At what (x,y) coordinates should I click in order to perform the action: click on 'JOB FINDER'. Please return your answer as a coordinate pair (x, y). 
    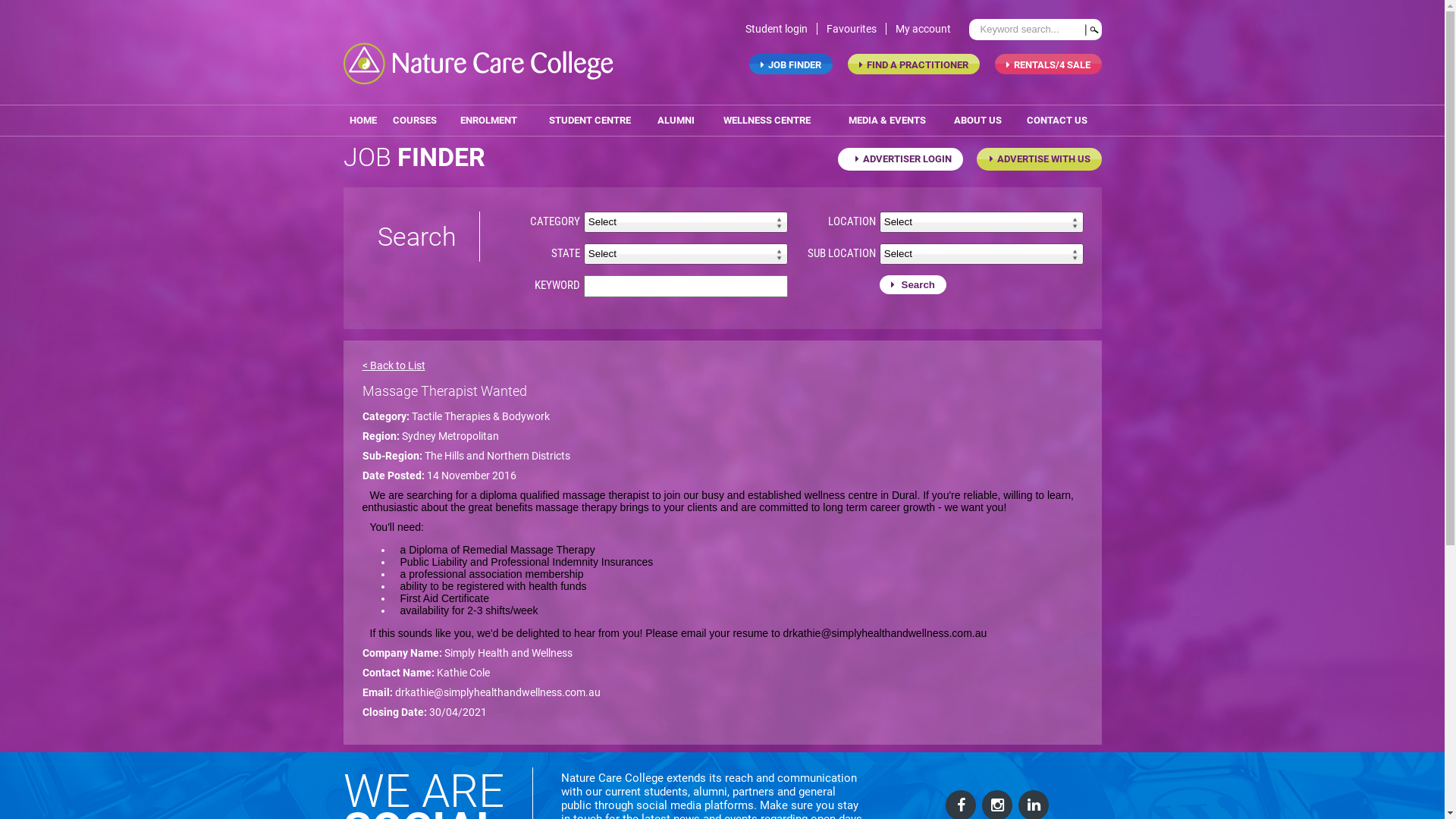
    Looking at the image, I should click on (749, 63).